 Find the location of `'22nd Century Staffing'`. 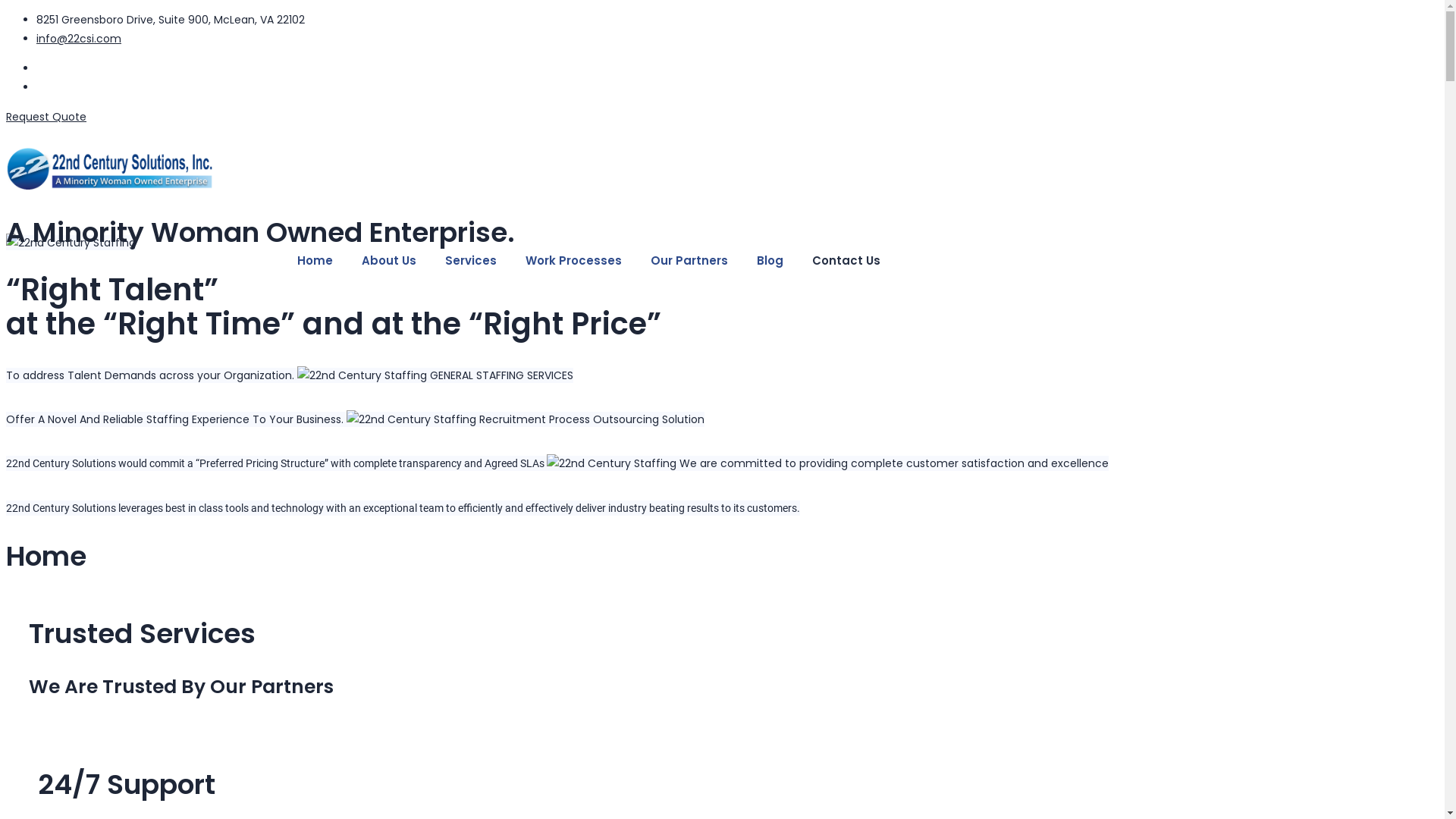

'22nd Century Staffing' is located at coordinates (70, 242).